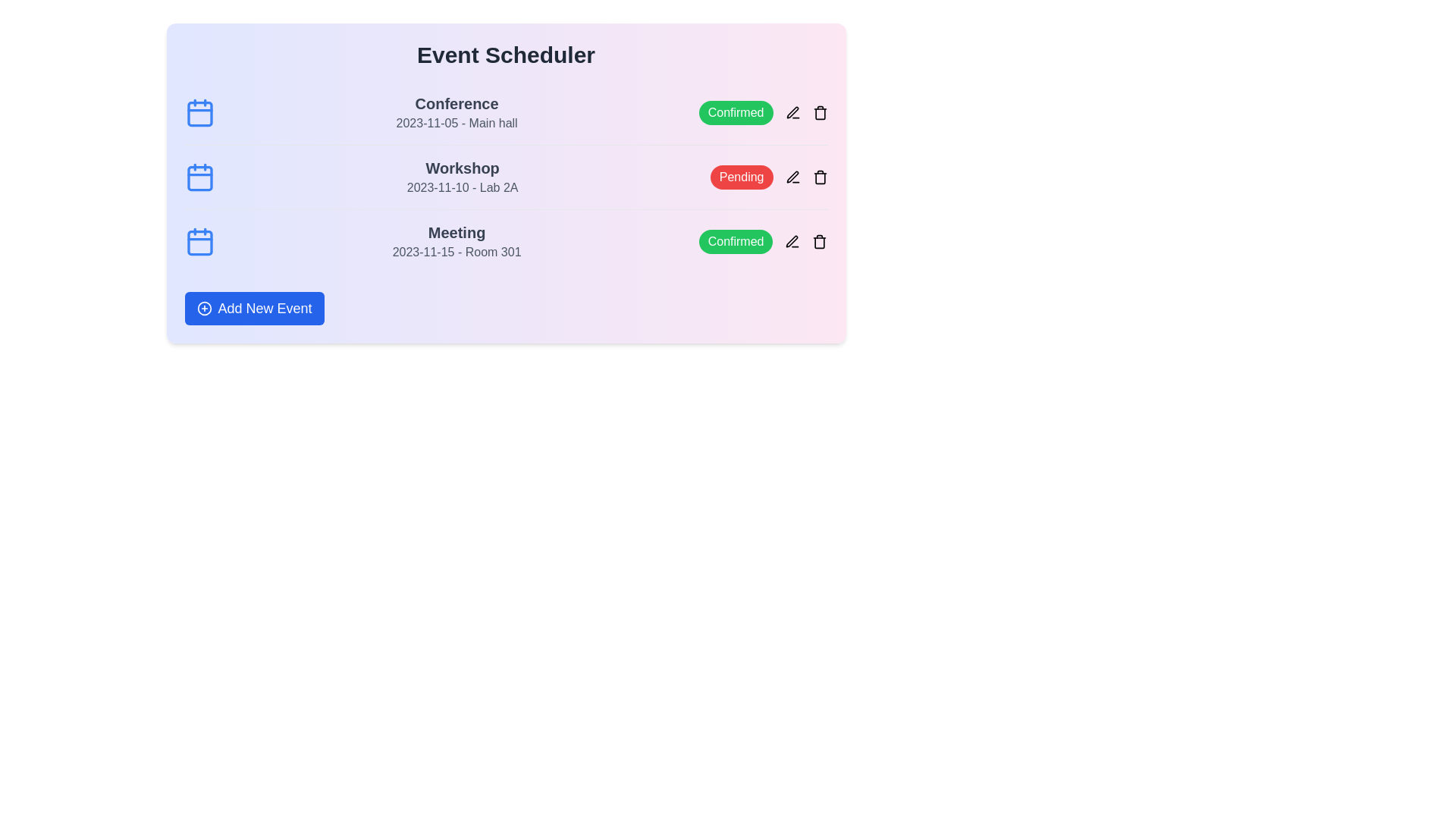  What do you see at coordinates (199, 242) in the screenshot?
I see `the calendar icon representing the date of the event, located on the left side of the third entry` at bounding box center [199, 242].